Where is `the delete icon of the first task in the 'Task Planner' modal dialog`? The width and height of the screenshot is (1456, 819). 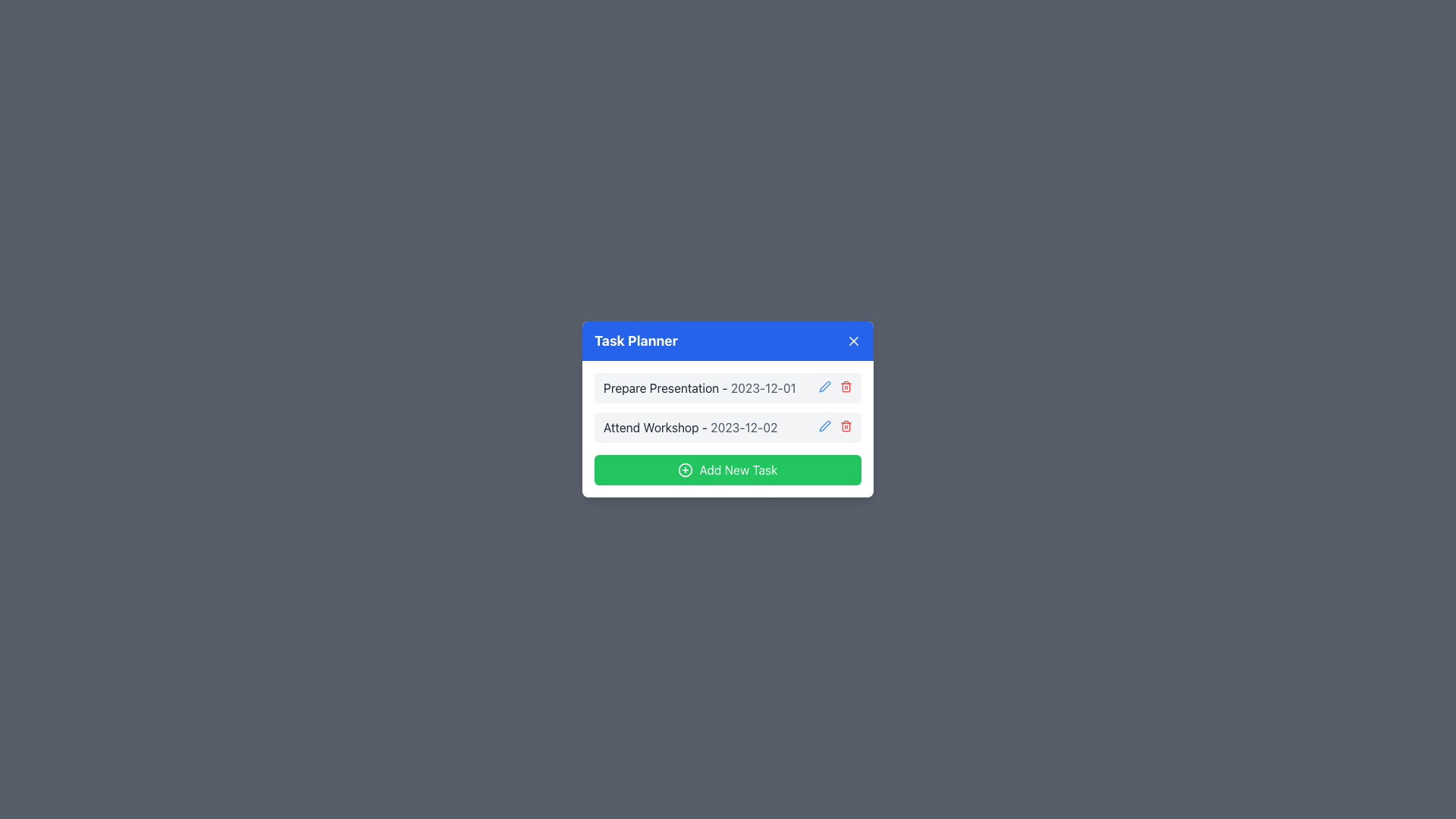 the delete icon of the first task in the 'Task Planner' modal dialog is located at coordinates (728, 388).